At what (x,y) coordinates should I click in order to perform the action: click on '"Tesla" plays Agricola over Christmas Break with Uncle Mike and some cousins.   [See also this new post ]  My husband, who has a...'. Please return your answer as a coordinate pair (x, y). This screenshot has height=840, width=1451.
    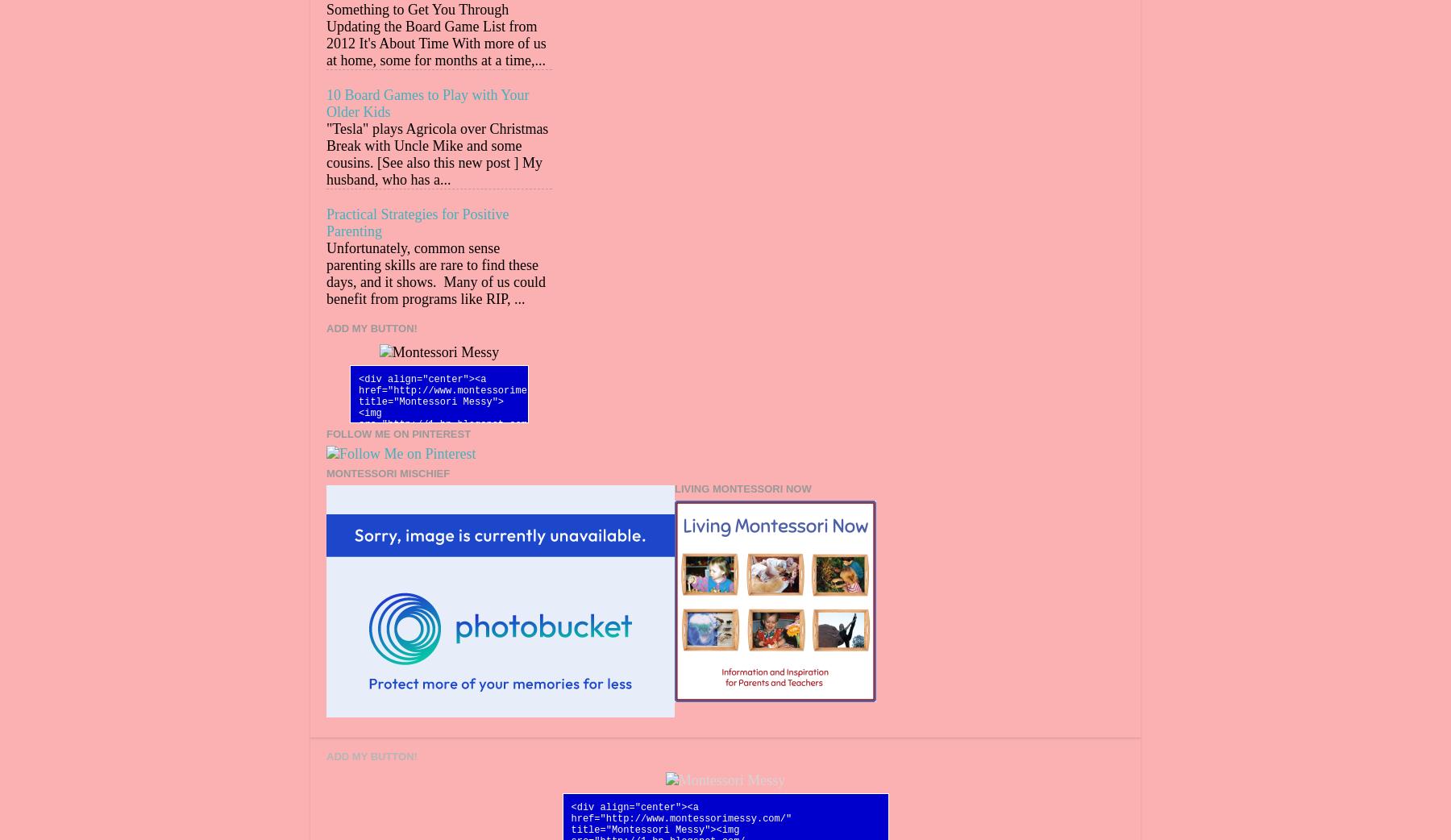
    Looking at the image, I should click on (326, 153).